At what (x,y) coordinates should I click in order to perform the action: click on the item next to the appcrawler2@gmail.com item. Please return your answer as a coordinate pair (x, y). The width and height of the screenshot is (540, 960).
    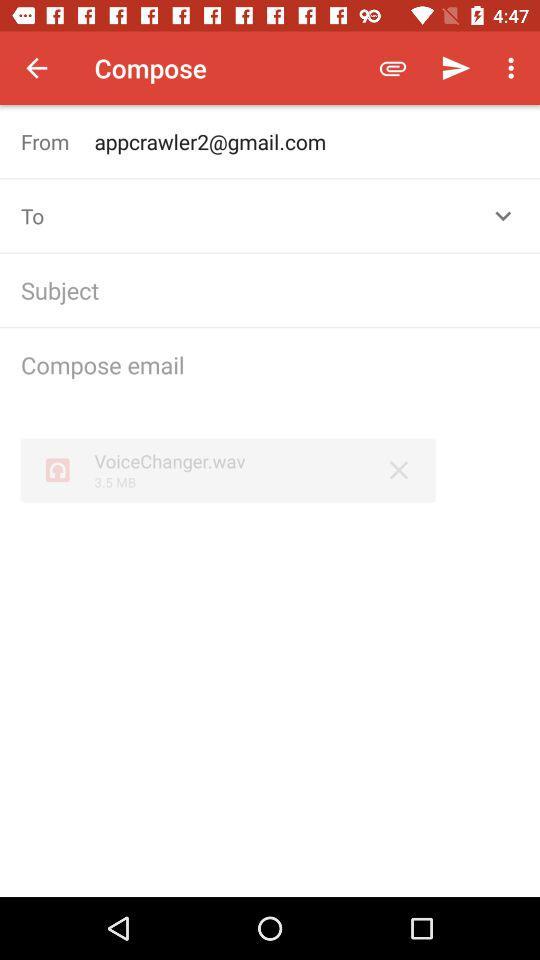
    Looking at the image, I should click on (57, 140).